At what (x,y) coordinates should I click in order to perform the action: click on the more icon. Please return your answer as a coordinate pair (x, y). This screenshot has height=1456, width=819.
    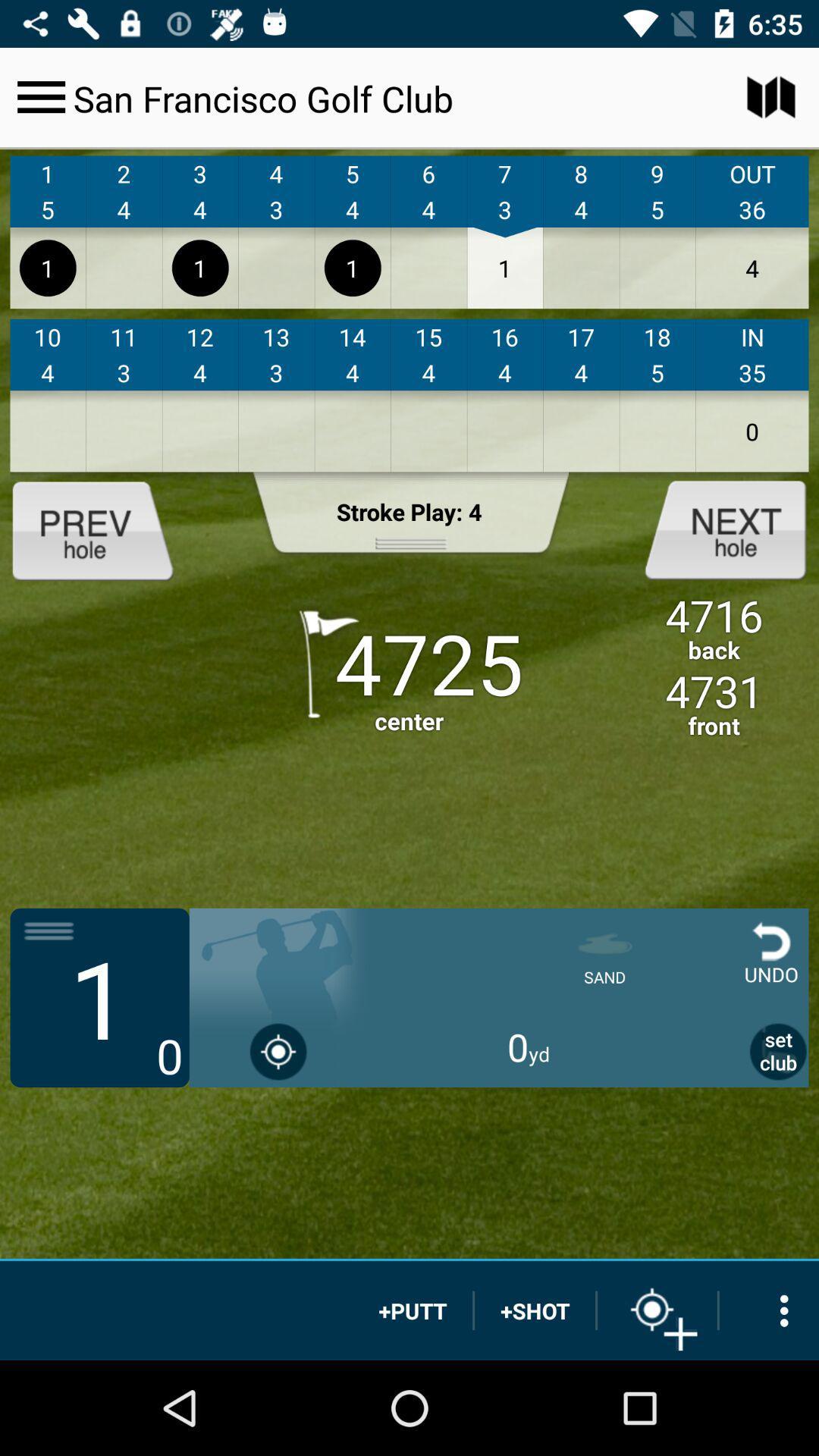
    Looking at the image, I should click on (769, 1310).